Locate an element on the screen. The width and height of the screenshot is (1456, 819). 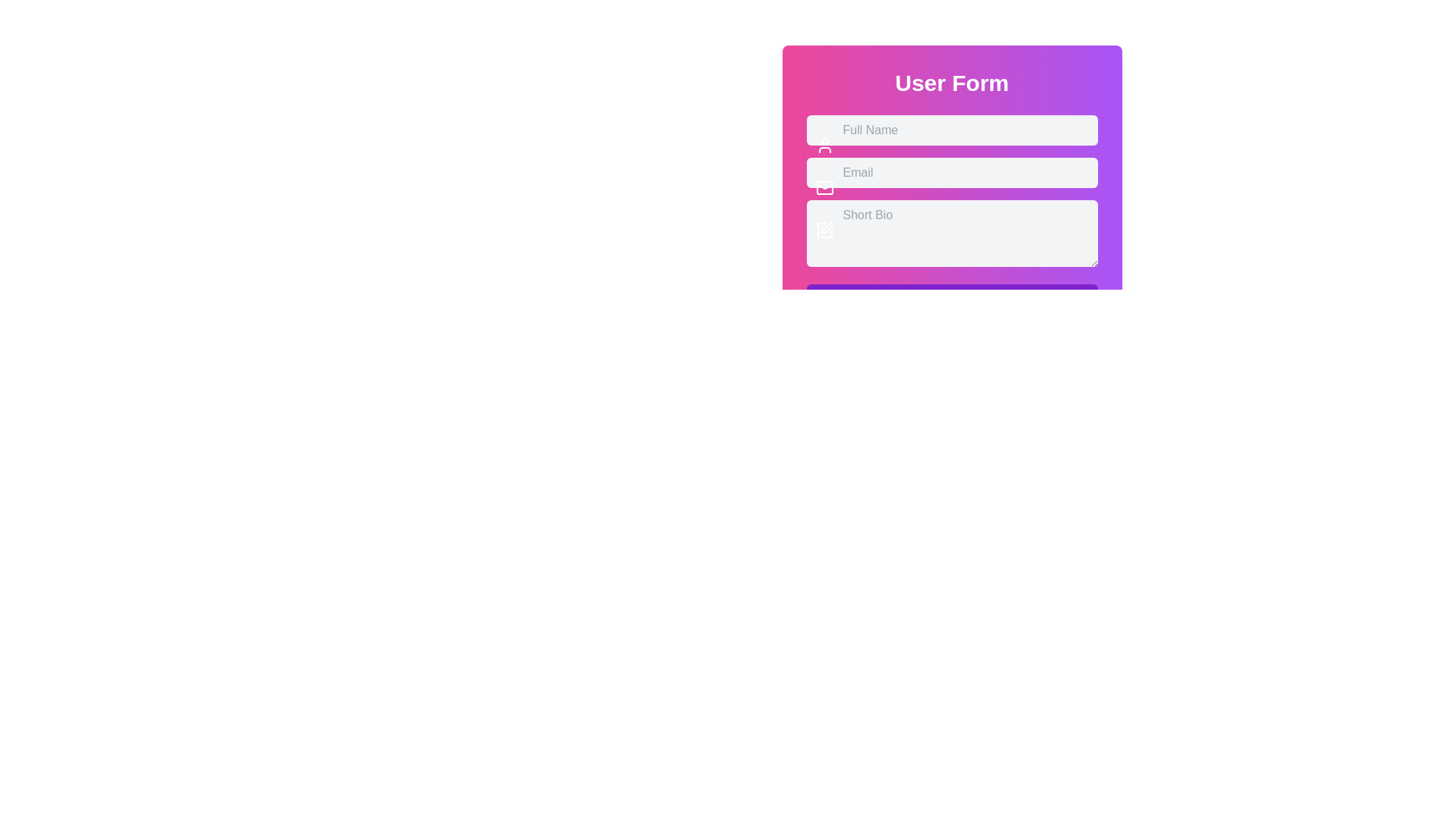
the Text Label at the top of the form, which serves as the title or header indicating its purpose to the user is located at coordinates (951, 83).